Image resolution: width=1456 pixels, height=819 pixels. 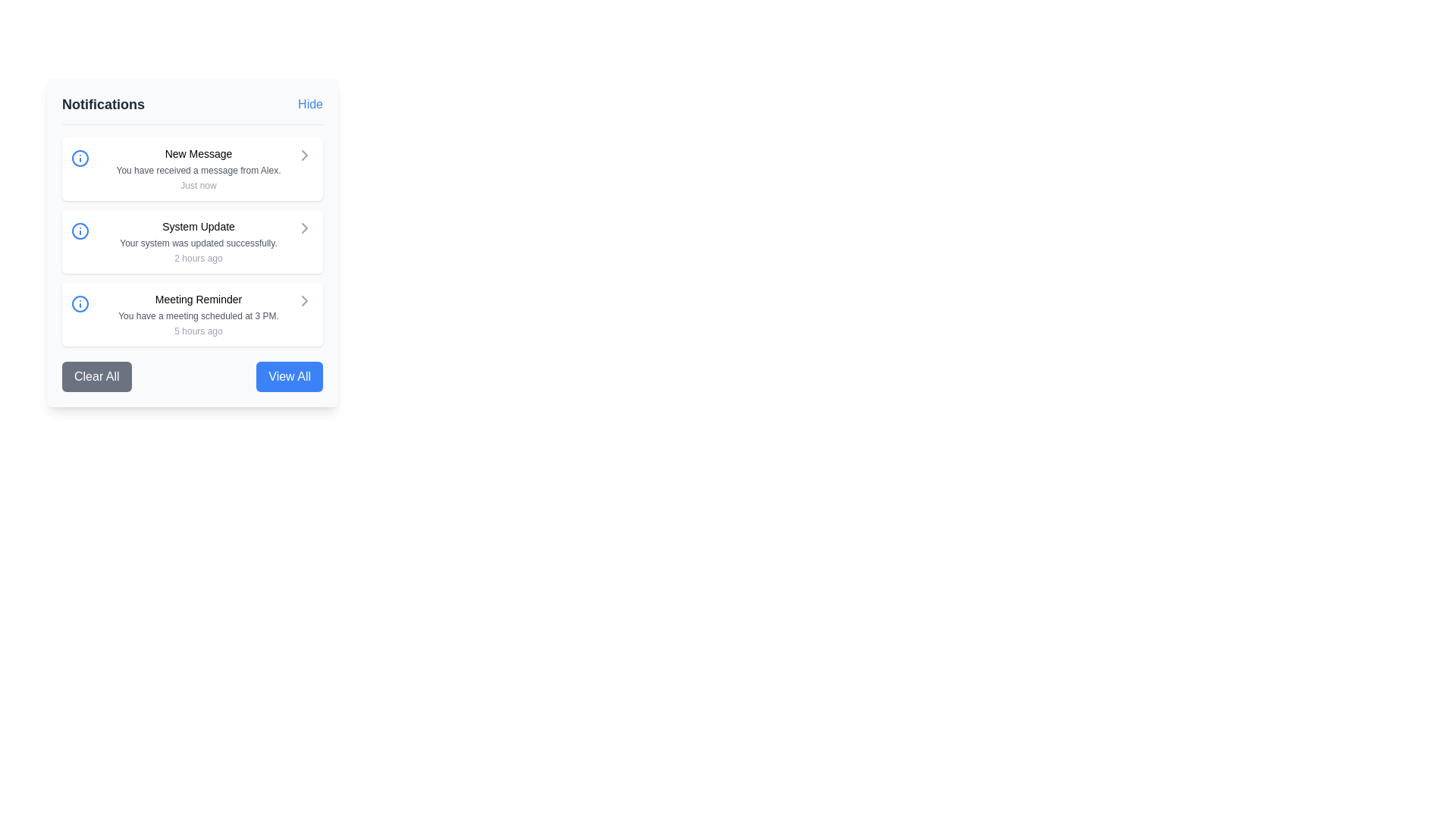 What do you see at coordinates (304, 155) in the screenshot?
I see `the right-facing gray chevron icon located in the upper-right corner of the 'New Message' notification card` at bounding box center [304, 155].